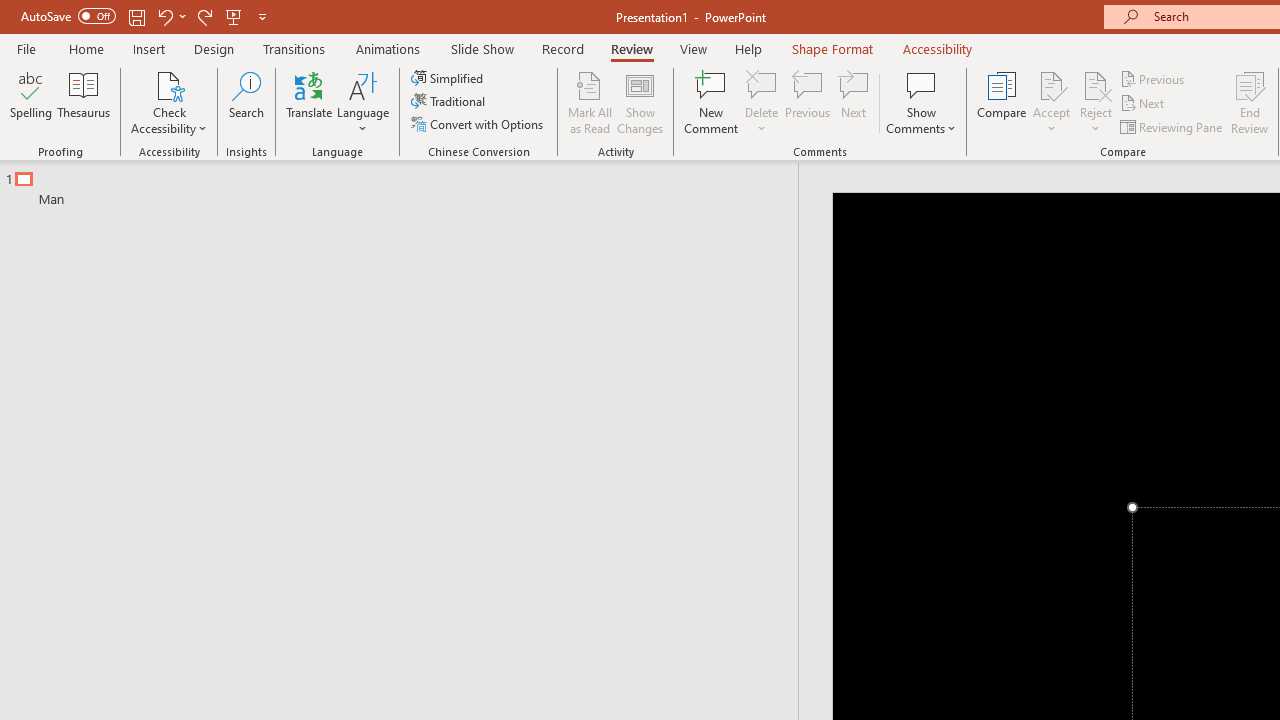 The width and height of the screenshot is (1280, 720). What do you see at coordinates (82, 103) in the screenshot?
I see `'Thesaurus...'` at bounding box center [82, 103].